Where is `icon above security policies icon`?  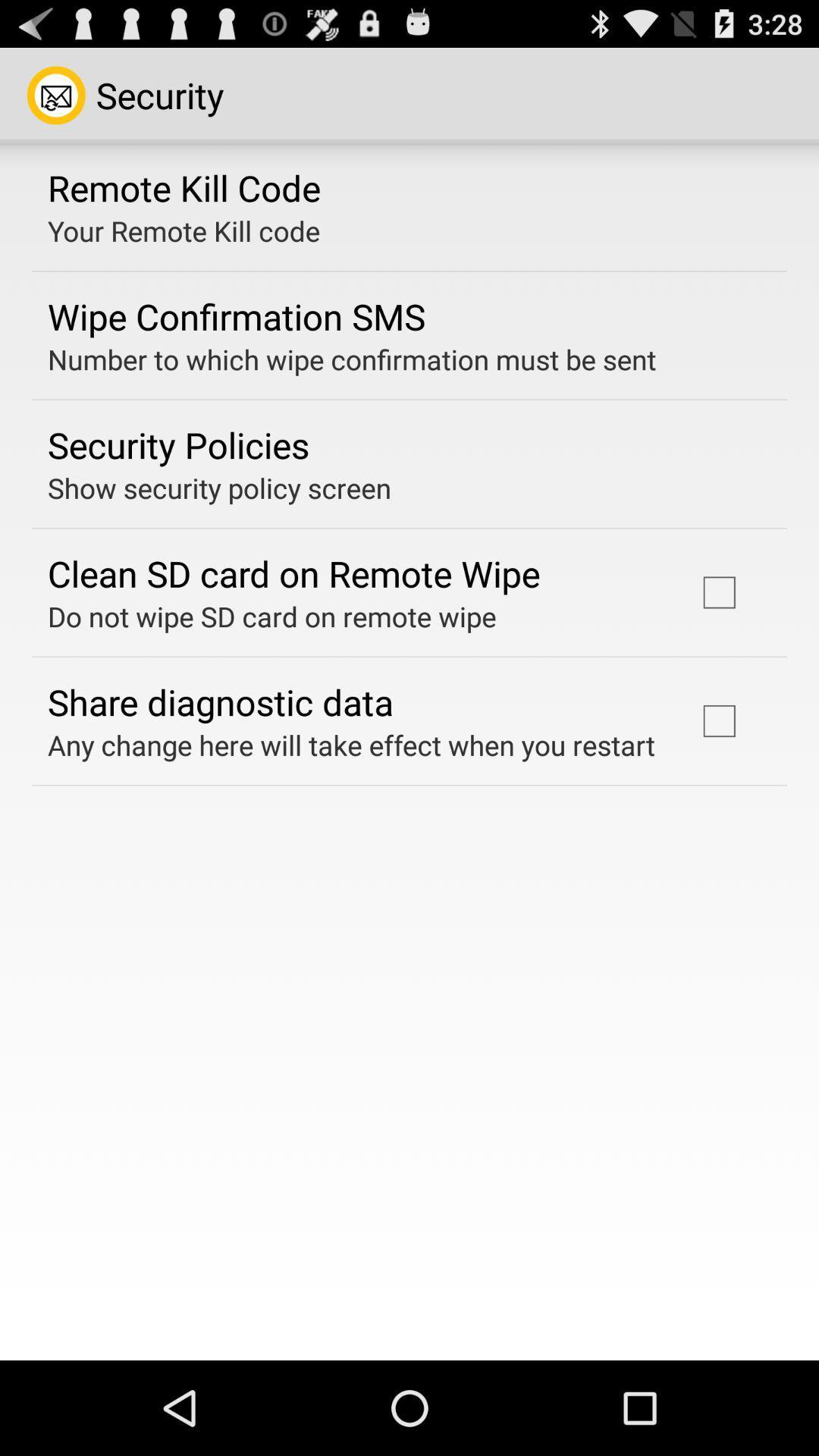
icon above security policies icon is located at coordinates (352, 359).